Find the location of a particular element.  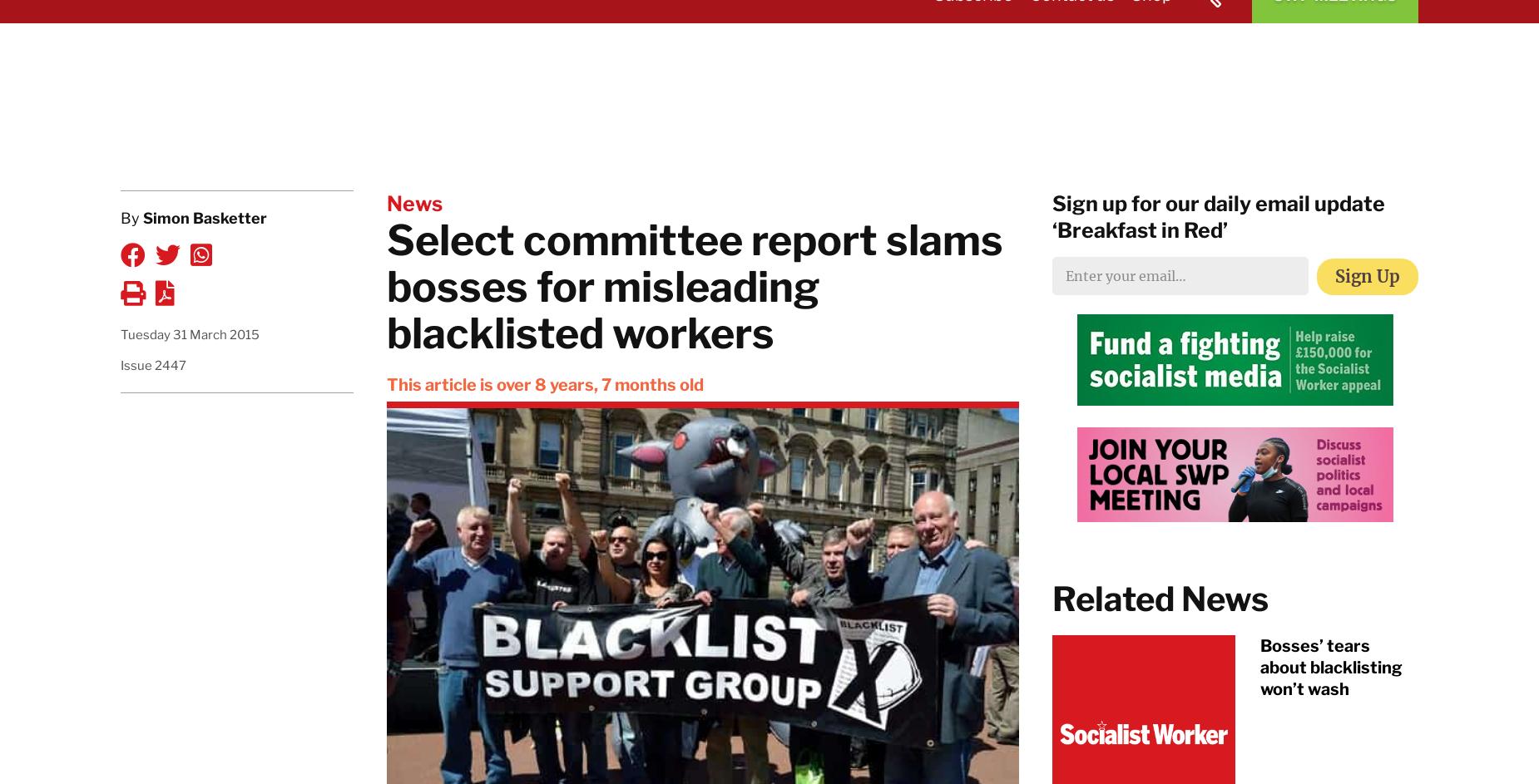

'SWP TV' is located at coordinates (1185, 63).